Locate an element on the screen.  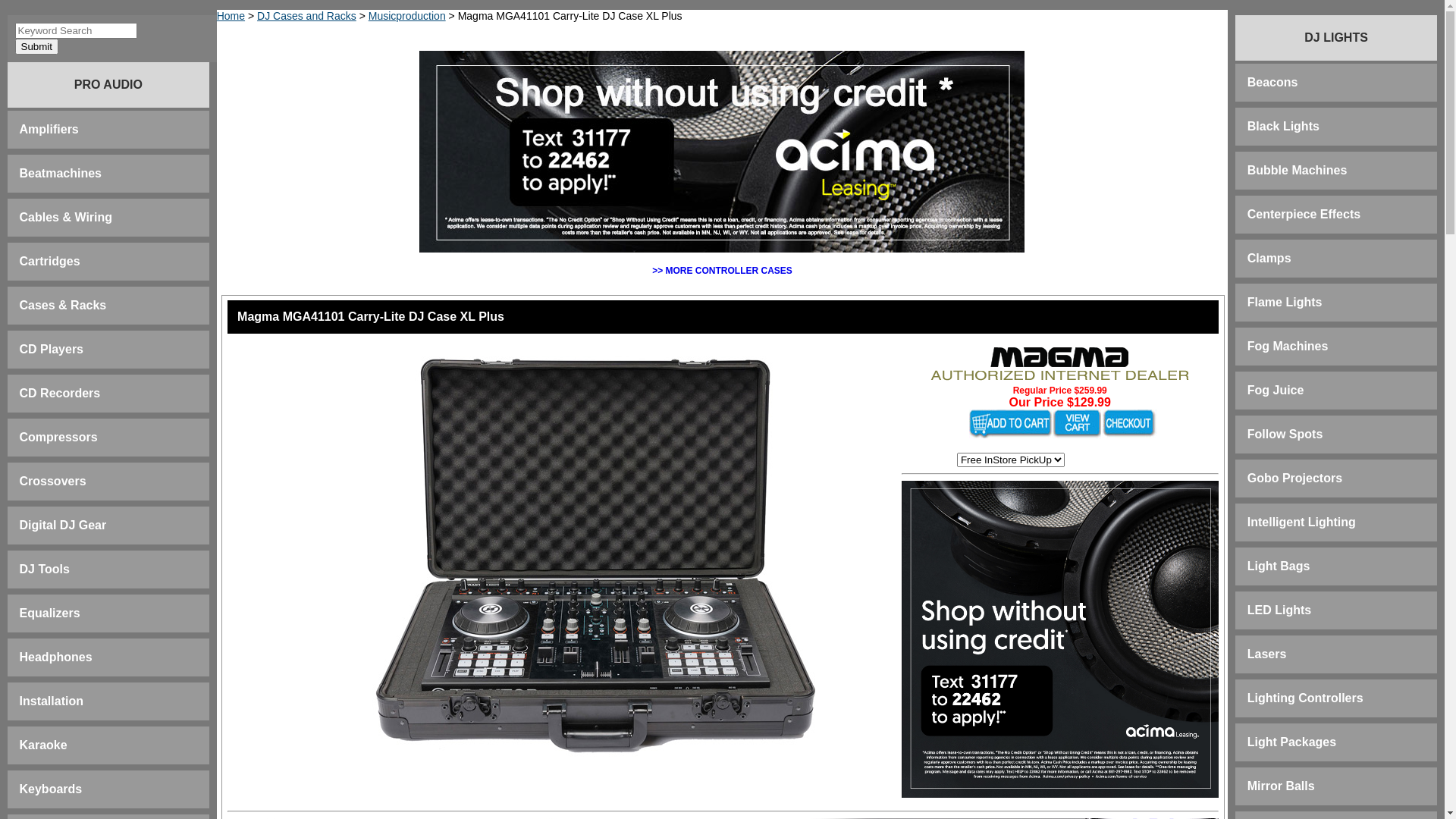
'>> MORE CONTROLLER CASES' is located at coordinates (721, 270).